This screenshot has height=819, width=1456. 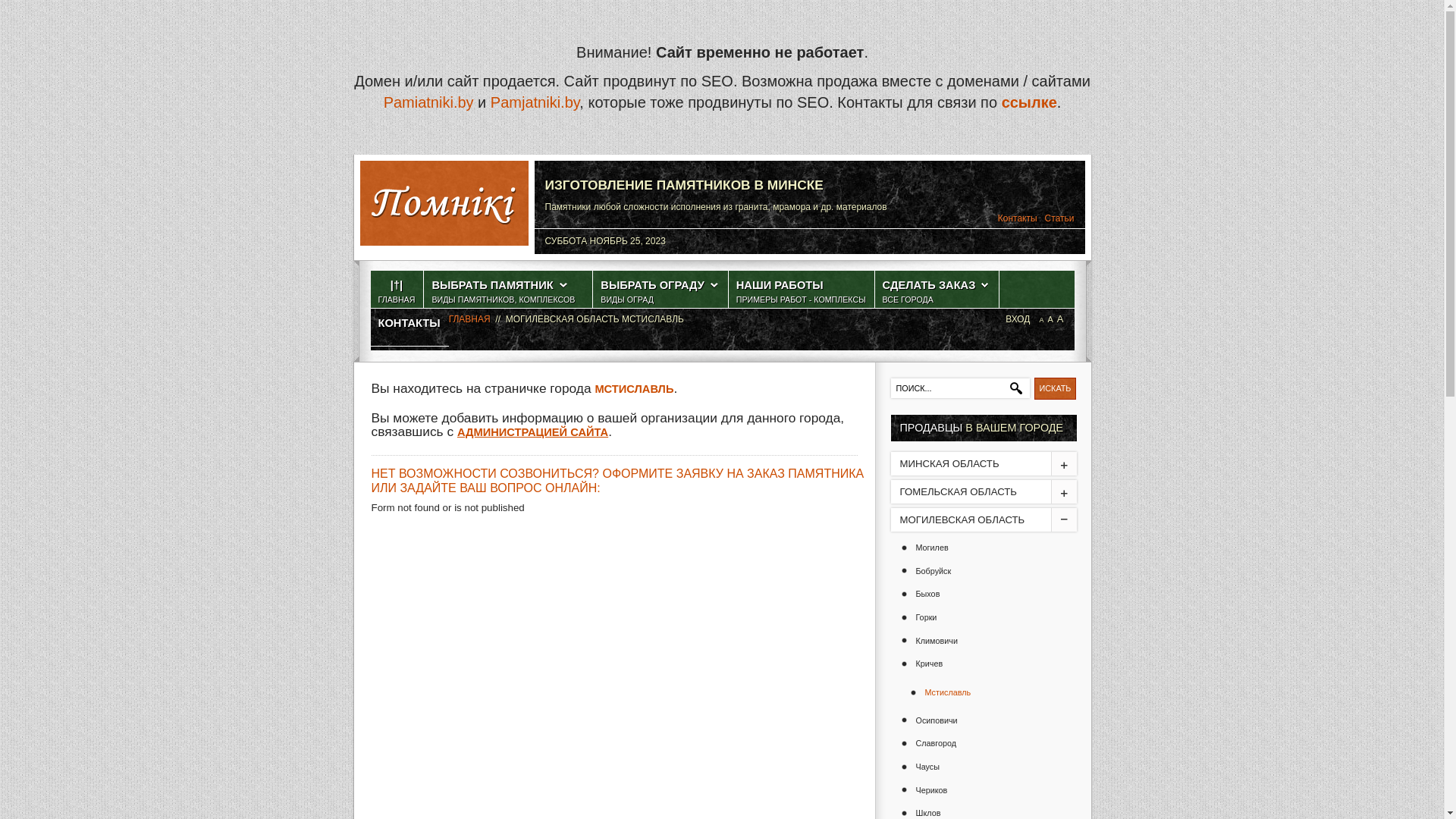 What do you see at coordinates (1049, 318) in the screenshot?
I see `'A'` at bounding box center [1049, 318].